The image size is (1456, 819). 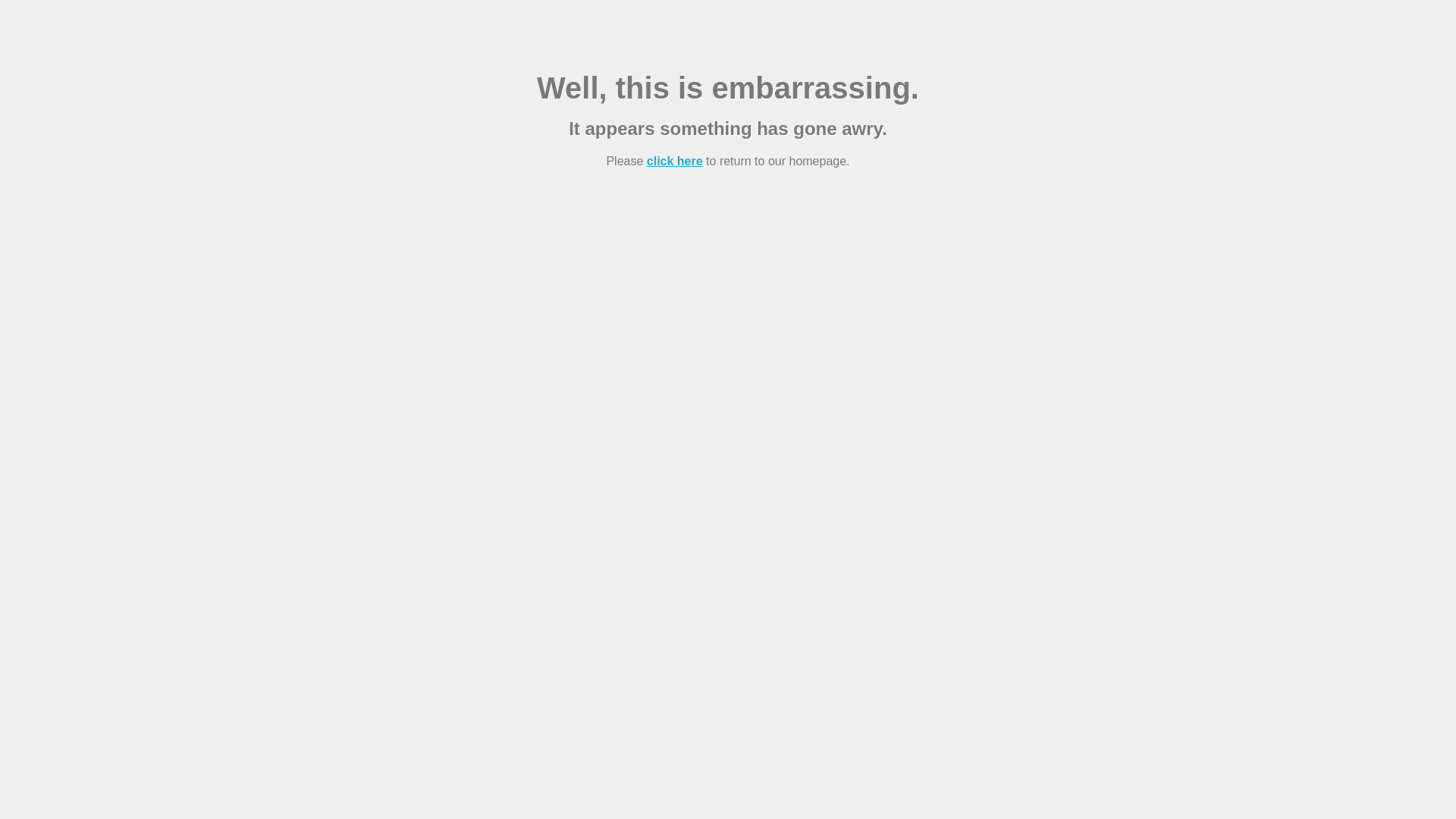 I want to click on 'click here', so click(x=673, y=161).